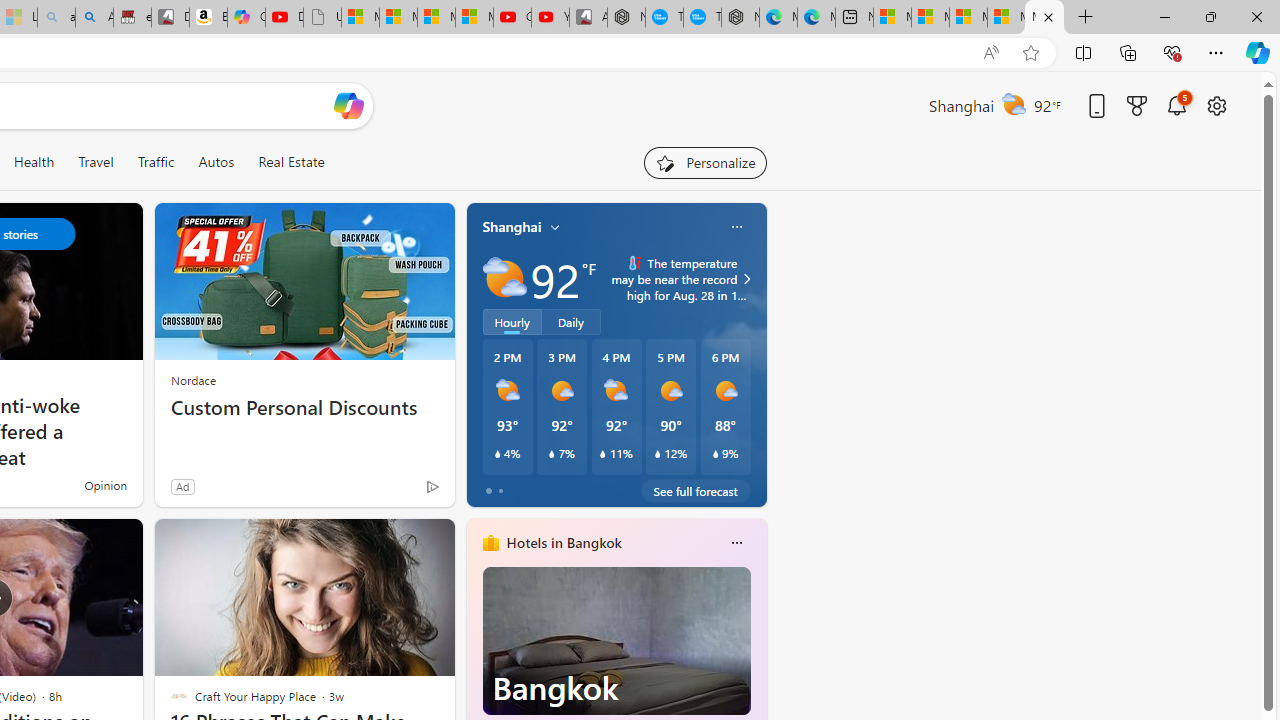 Image resolution: width=1280 pixels, height=720 pixels. Describe the element at coordinates (1137, 105) in the screenshot. I see `'Microsoft rewards'` at that location.